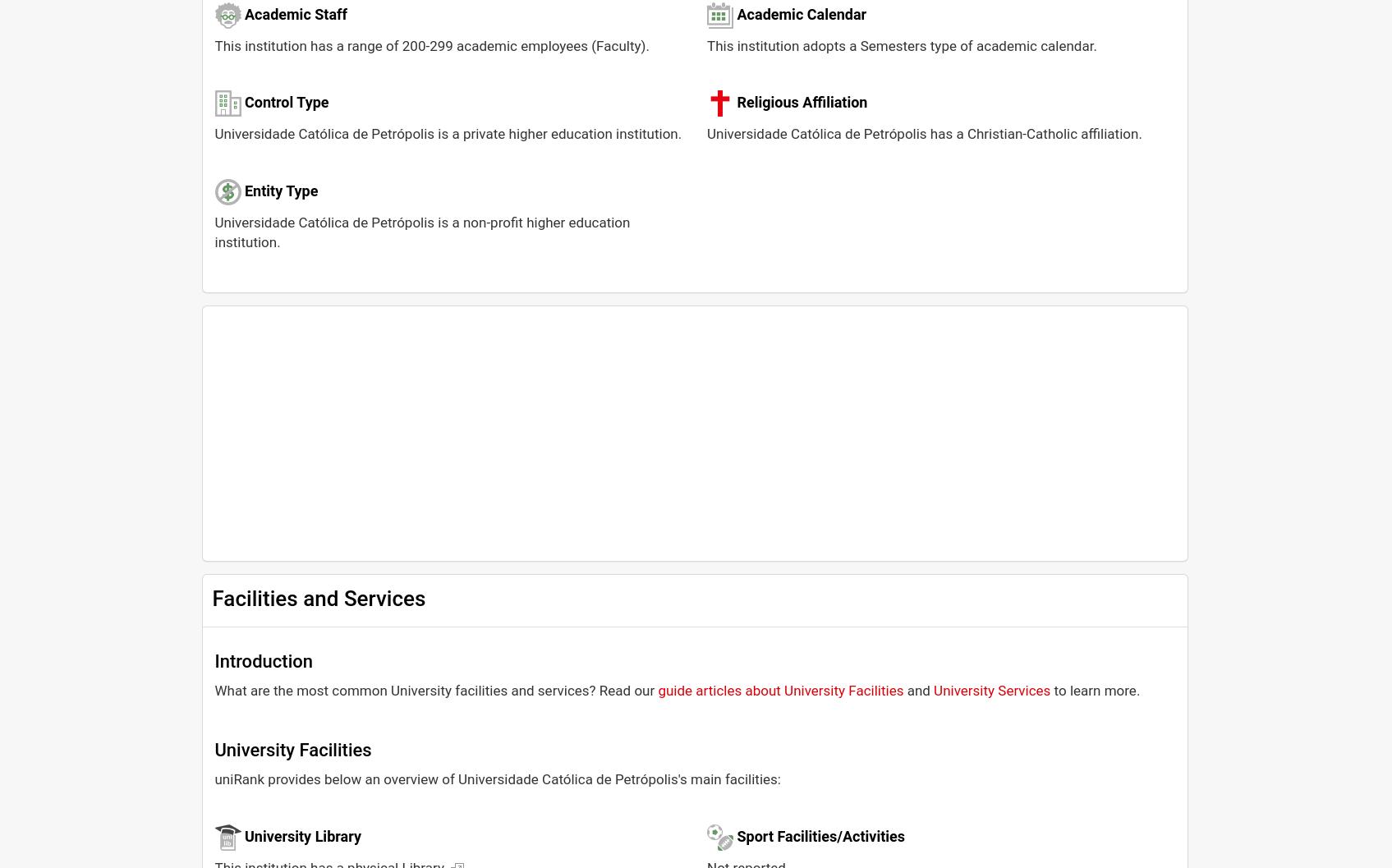  I want to click on 'Academic Staff', so click(243, 13).